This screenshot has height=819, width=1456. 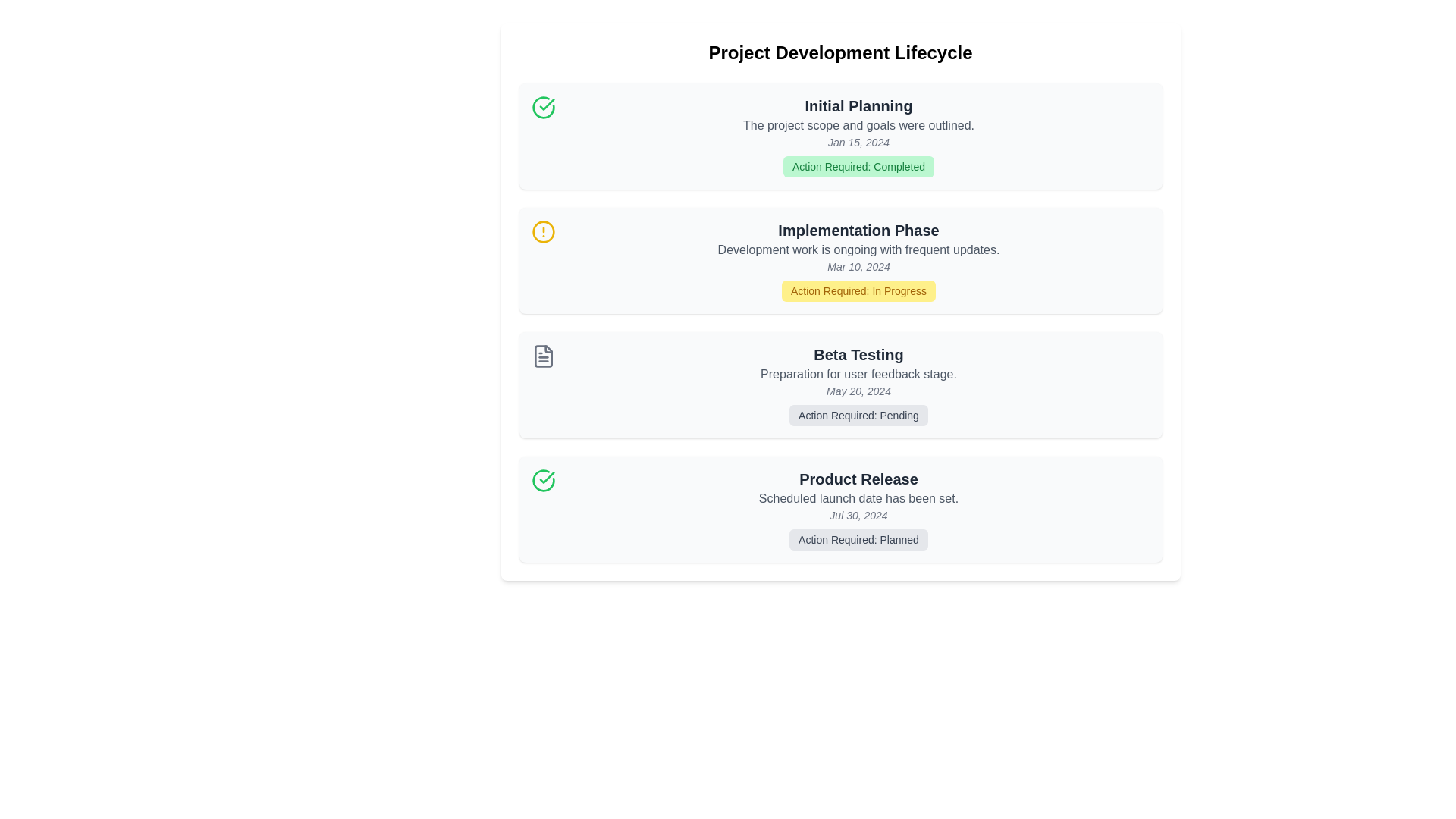 I want to click on the static label that displays the message 'Action Required: Planned.' located below 'Jul 30, 2024' in the 'Product Release' section, so click(x=858, y=539).